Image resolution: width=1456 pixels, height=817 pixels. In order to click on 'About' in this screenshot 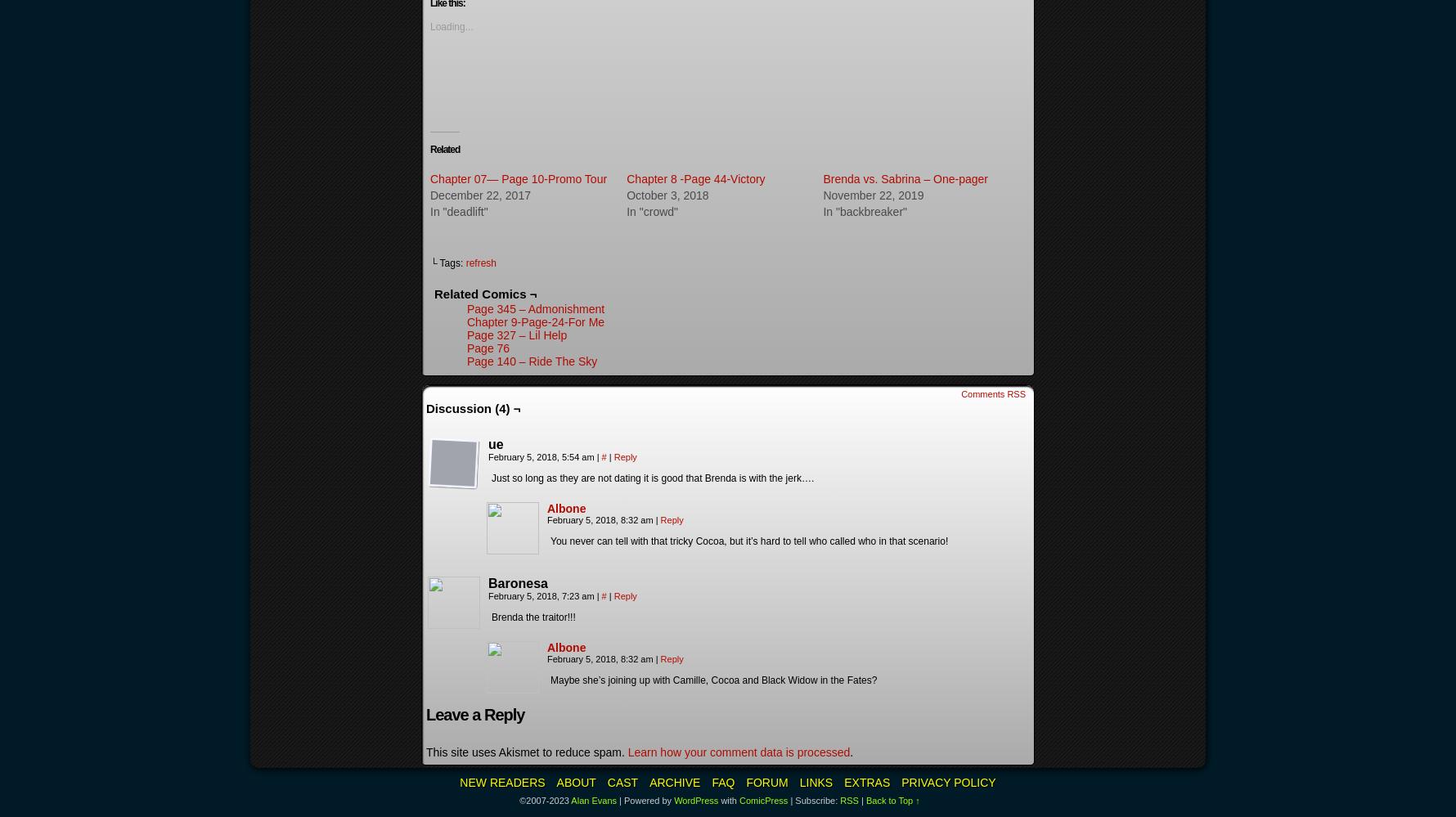, I will do `click(574, 782)`.